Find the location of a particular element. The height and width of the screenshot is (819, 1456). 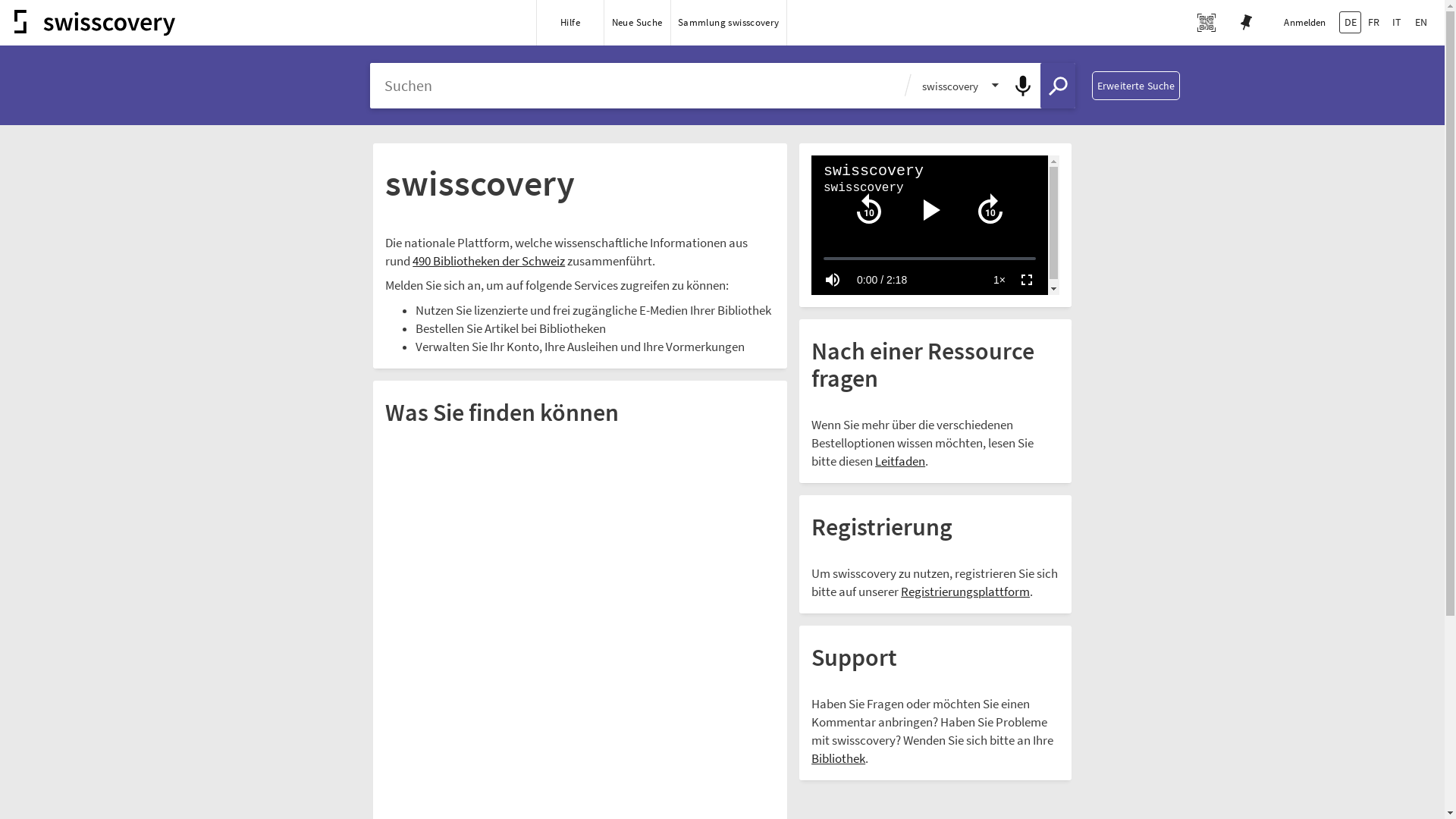

'IT' is located at coordinates (1396, 22).